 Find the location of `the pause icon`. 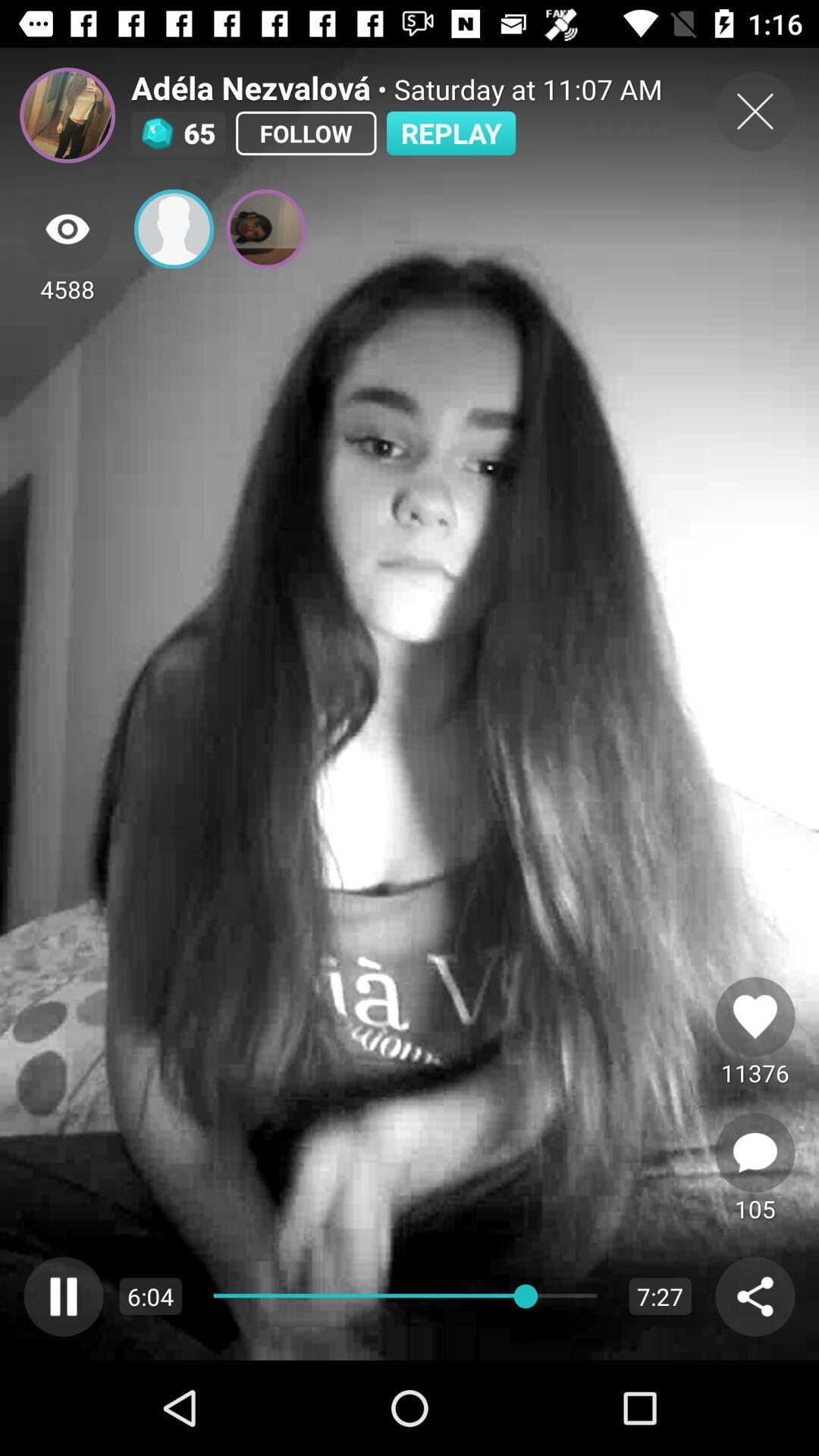

the pause icon is located at coordinates (63, 1295).